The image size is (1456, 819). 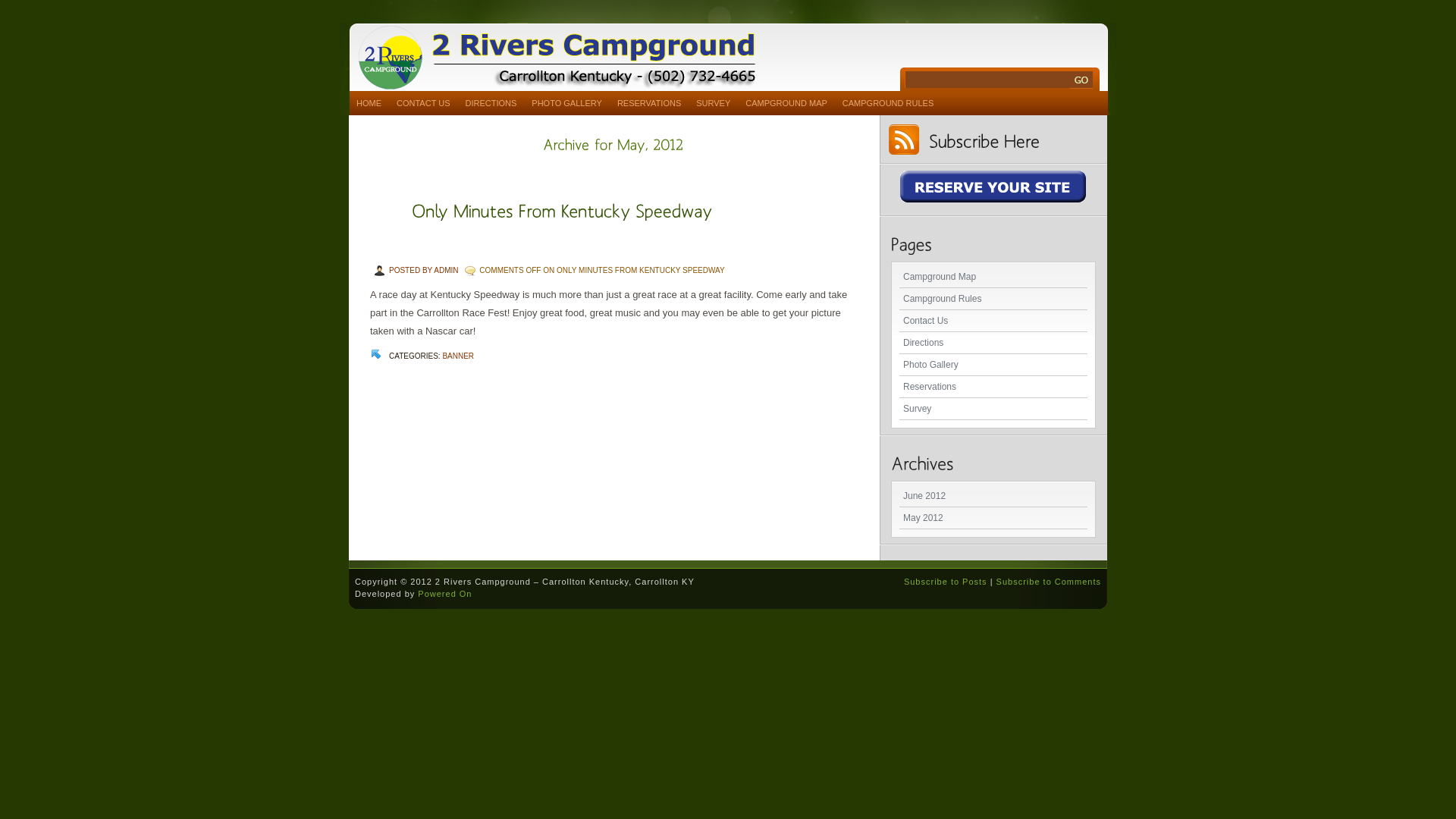 What do you see at coordinates (561, 209) in the screenshot?
I see `'Permanent Link to Only Minutes From Kentucky Speedway'` at bounding box center [561, 209].